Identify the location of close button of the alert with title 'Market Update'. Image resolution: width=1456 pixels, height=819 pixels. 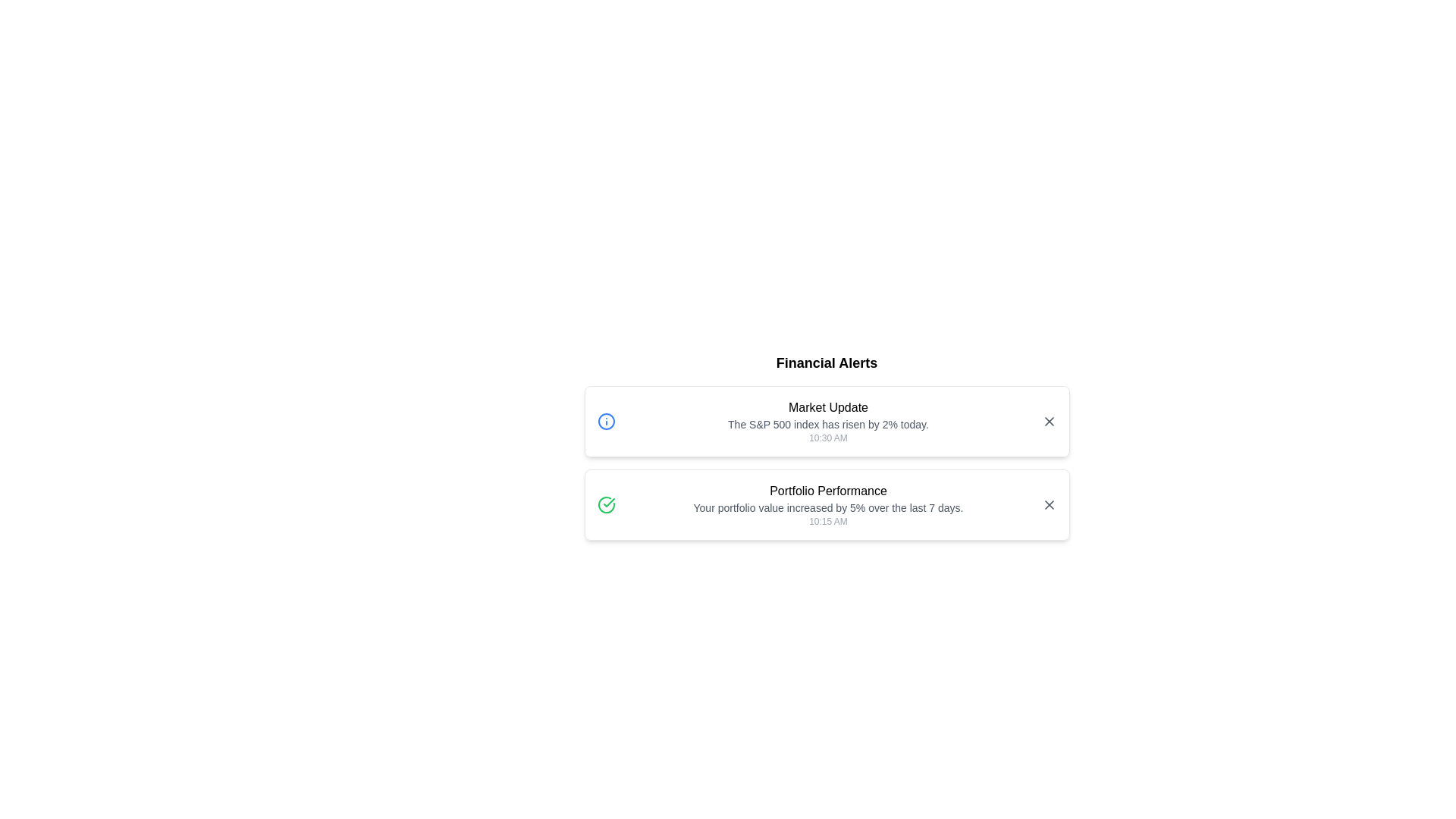
(1048, 421).